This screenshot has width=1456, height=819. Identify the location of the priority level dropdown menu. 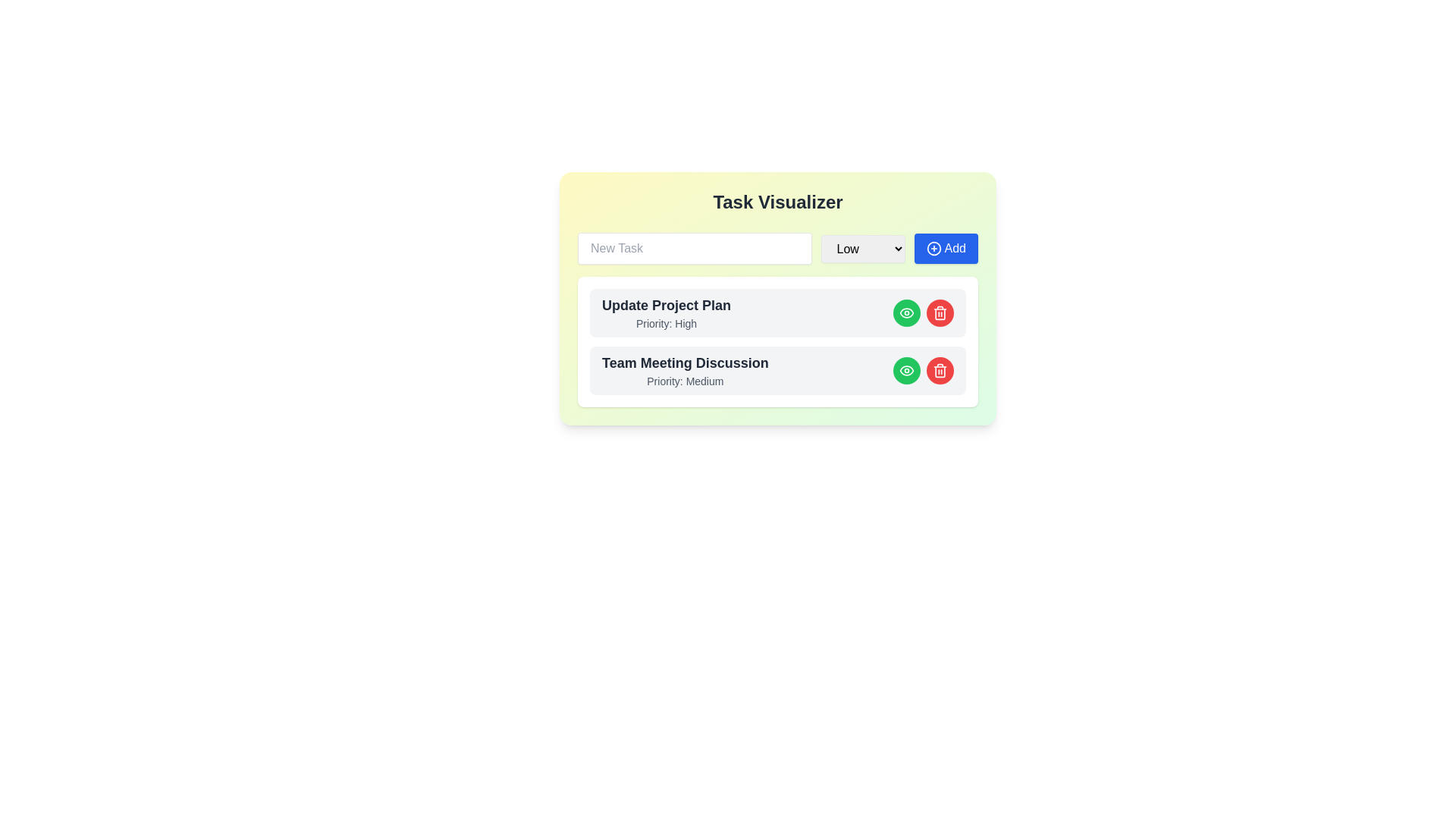
(862, 247).